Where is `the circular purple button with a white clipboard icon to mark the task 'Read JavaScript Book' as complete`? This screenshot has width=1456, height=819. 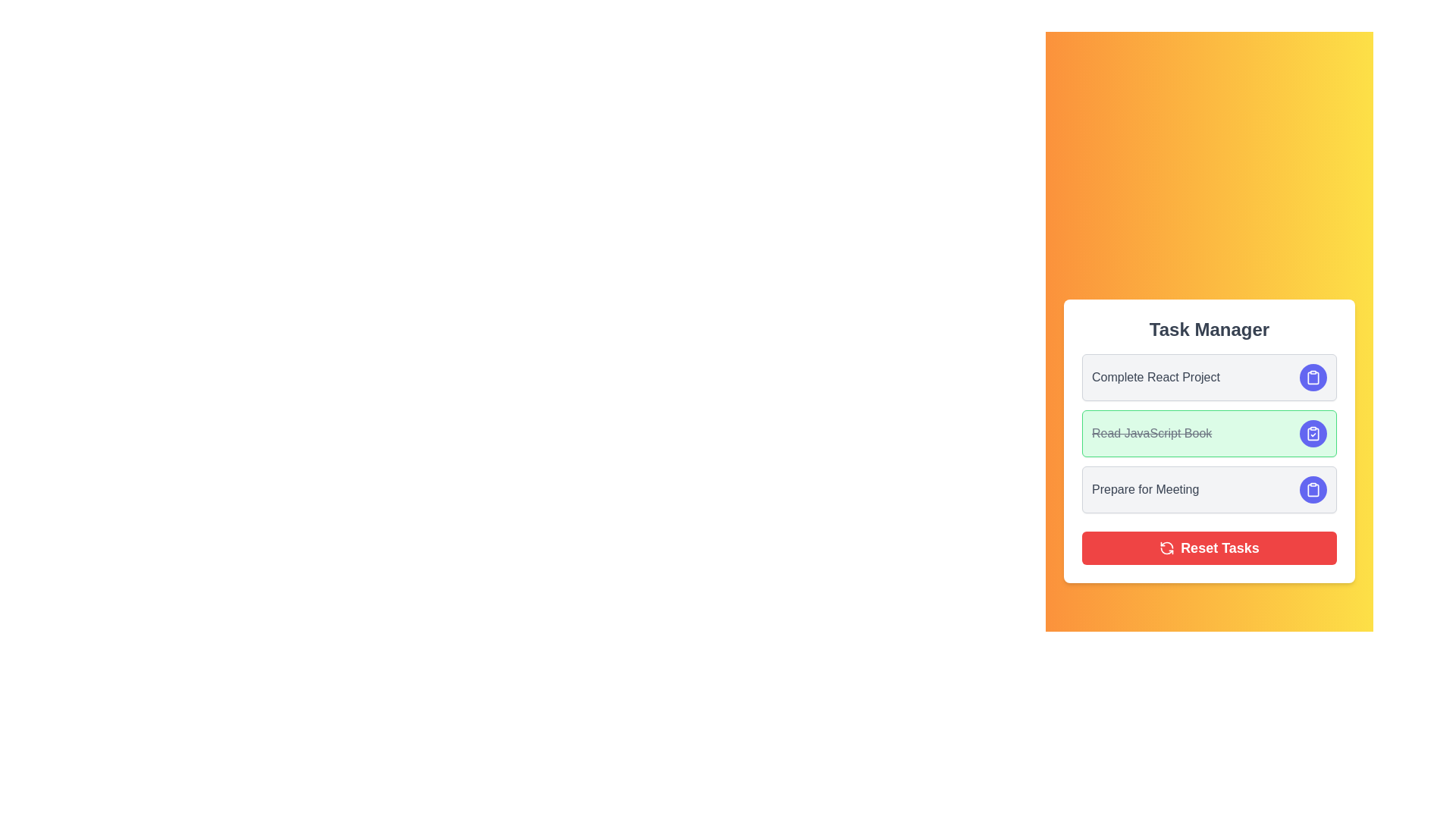
the circular purple button with a white clipboard icon to mark the task 'Read JavaScript Book' as complete is located at coordinates (1313, 433).